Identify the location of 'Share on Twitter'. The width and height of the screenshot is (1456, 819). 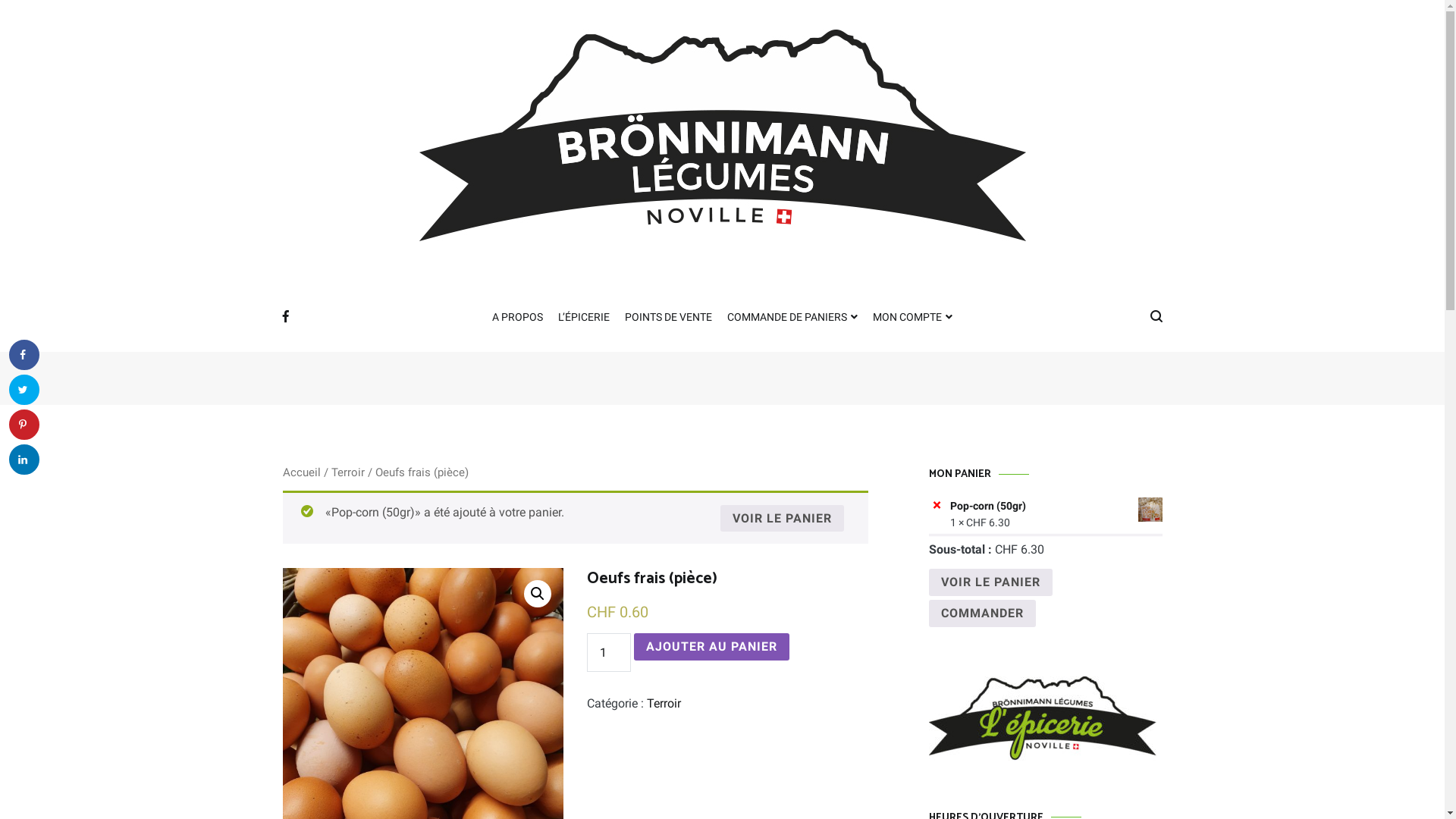
(24, 388).